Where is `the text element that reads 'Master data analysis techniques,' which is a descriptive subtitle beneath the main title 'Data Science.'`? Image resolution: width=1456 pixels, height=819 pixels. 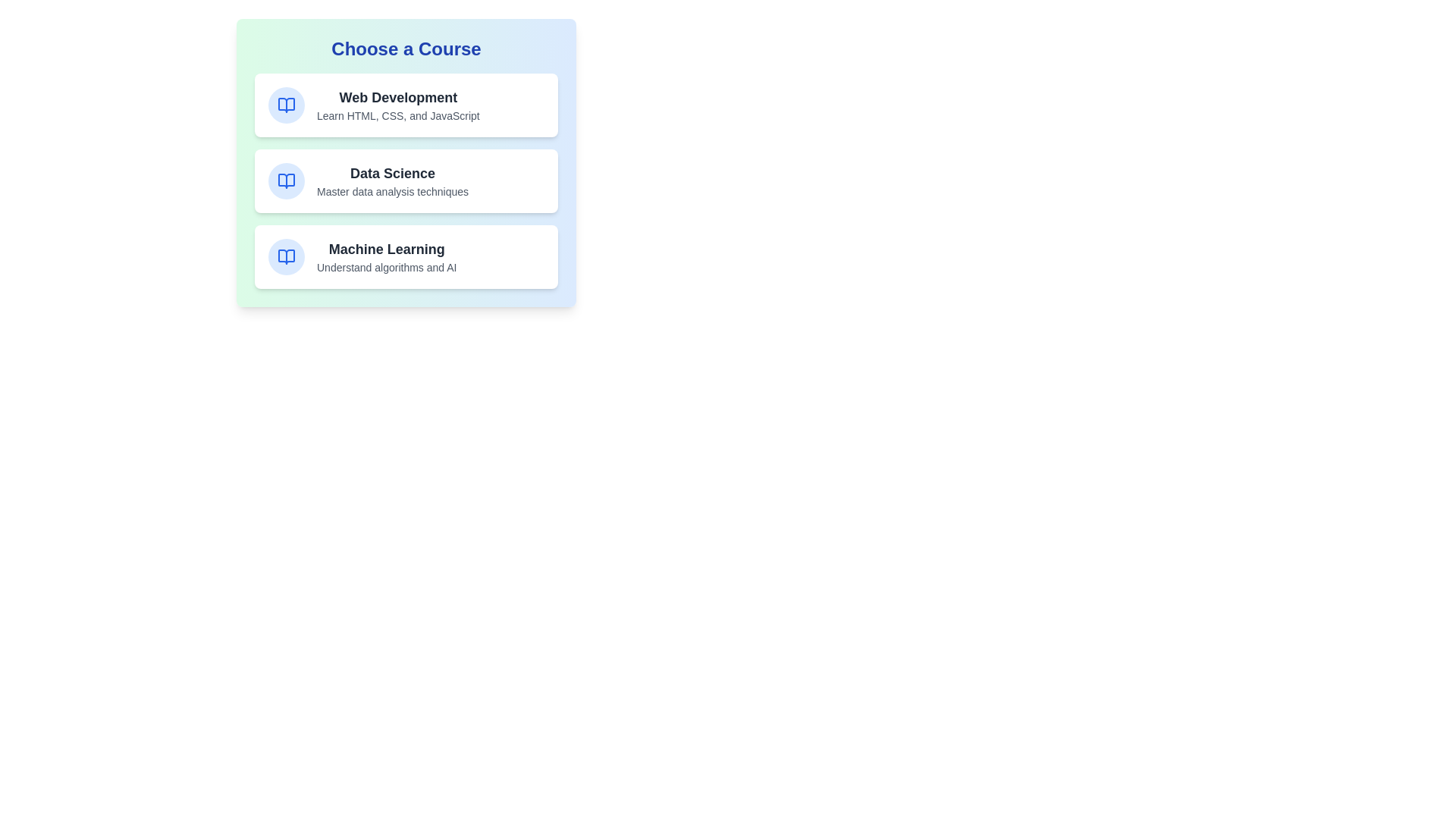
the text element that reads 'Master data analysis techniques,' which is a descriptive subtitle beneath the main title 'Data Science.' is located at coordinates (393, 191).